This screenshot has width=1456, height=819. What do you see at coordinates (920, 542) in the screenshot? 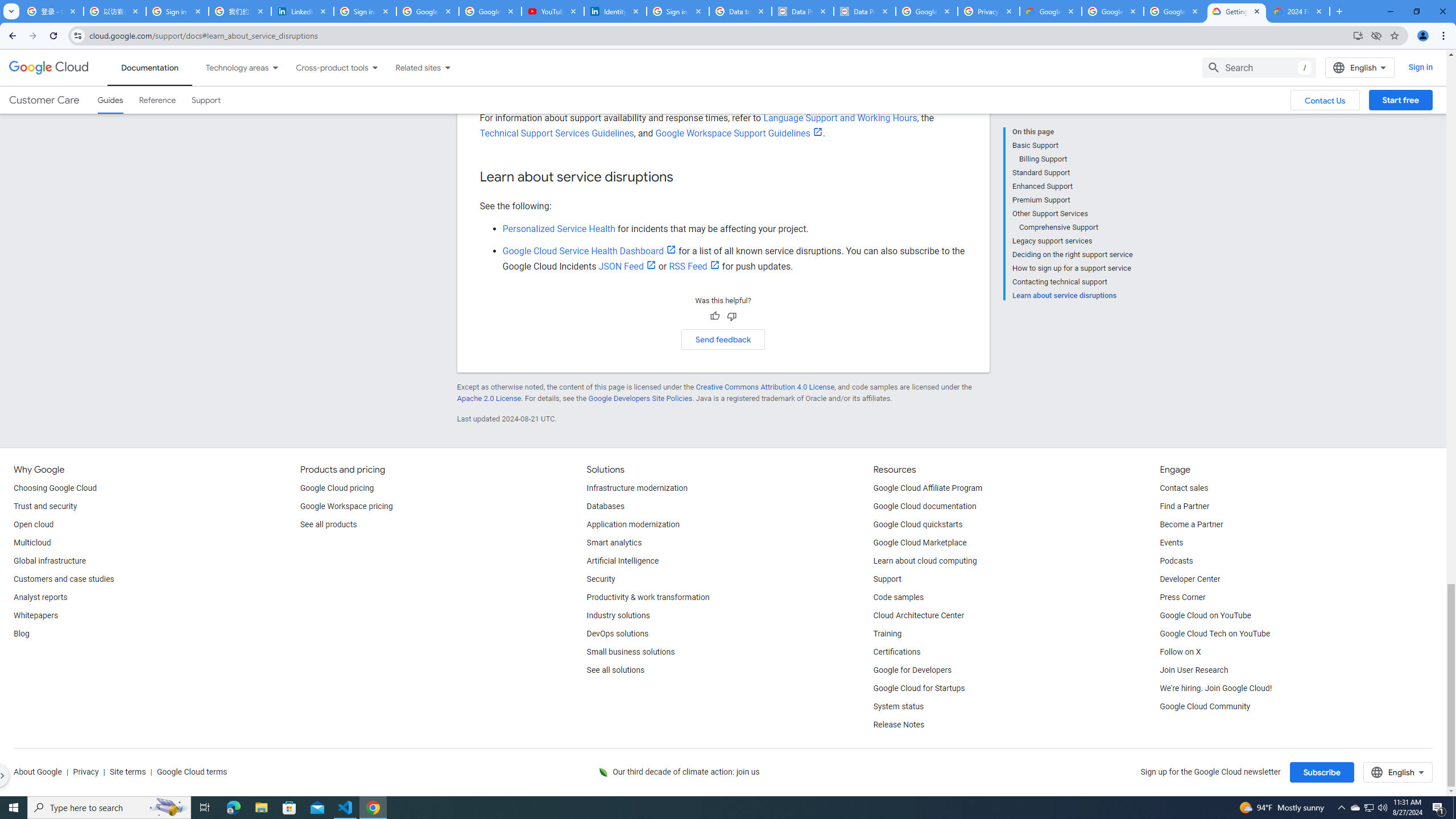
I see `'Google Cloud Marketplace'` at bounding box center [920, 542].